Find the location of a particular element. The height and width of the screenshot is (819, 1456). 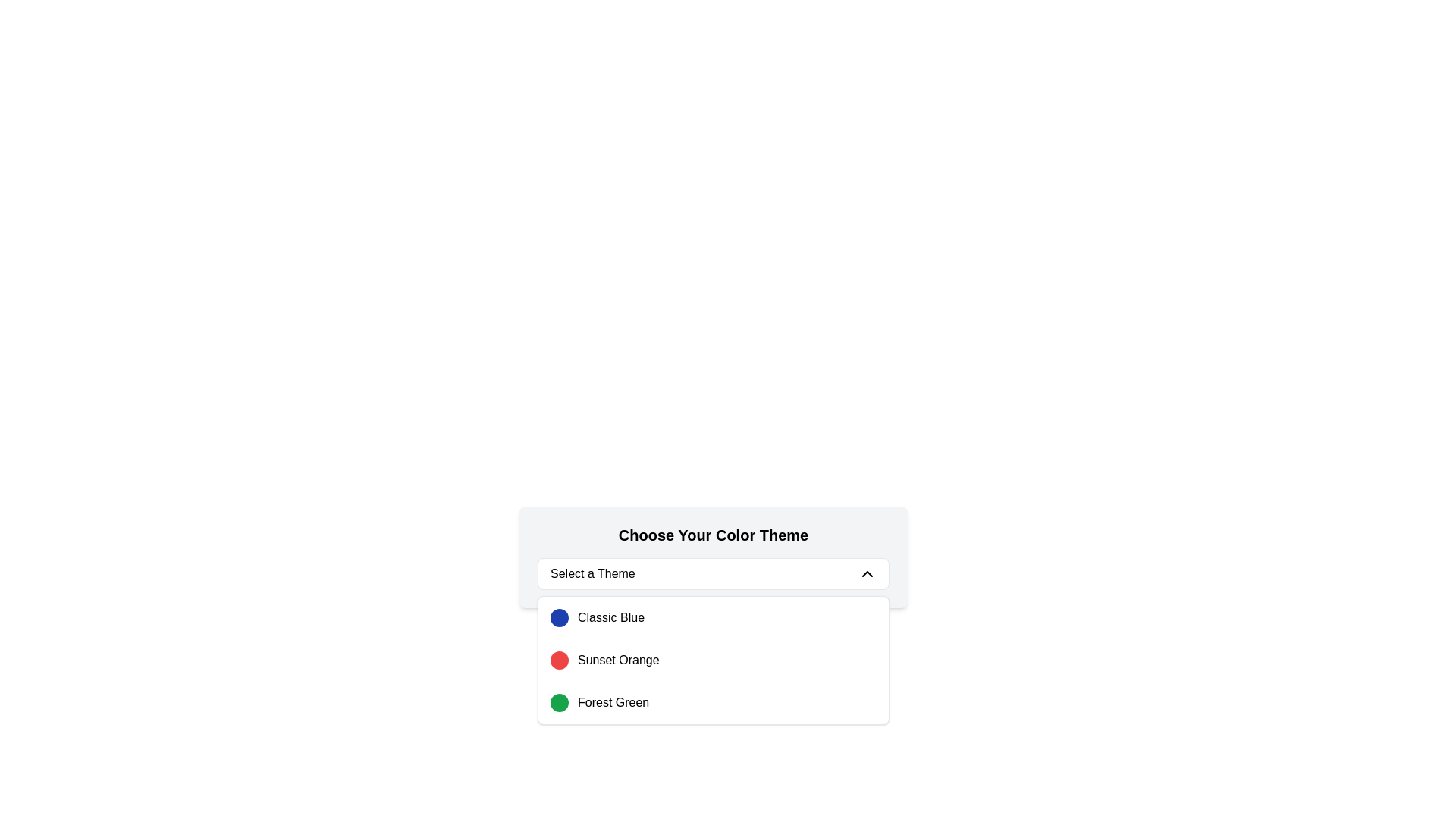

the header text that reads 'Choose Your Color Theme', which is styled as a bold, large title and is positioned above other interactive elements for selecting color themes is located at coordinates (712, 534).